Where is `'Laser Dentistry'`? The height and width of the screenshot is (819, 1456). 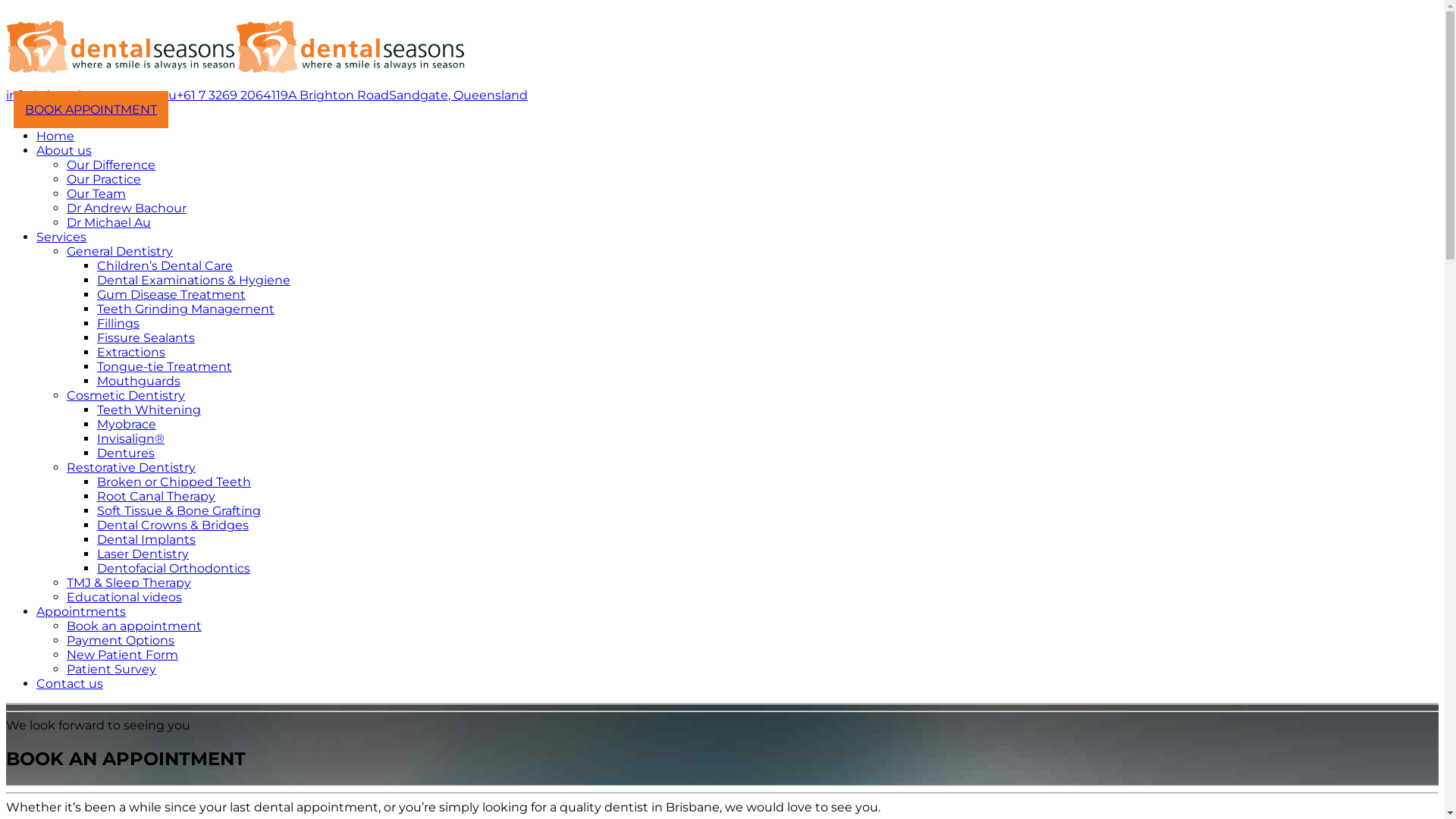 'Laser Dentistry' is located at coordinates (96, 554).